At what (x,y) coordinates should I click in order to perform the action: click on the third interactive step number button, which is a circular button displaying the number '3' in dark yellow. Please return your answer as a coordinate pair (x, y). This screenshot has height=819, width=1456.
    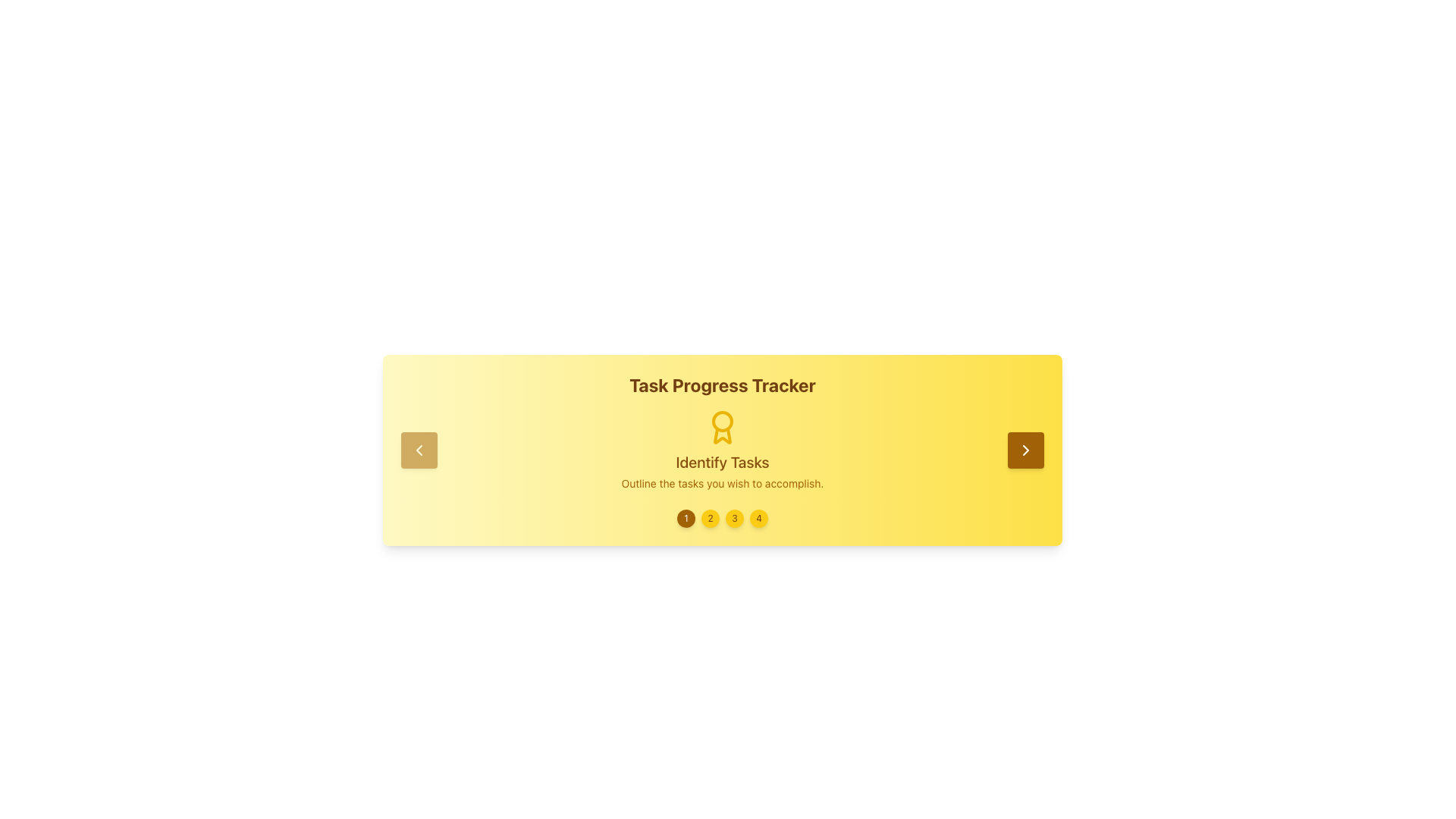
    Looking at the image, I should click on (722, 517).